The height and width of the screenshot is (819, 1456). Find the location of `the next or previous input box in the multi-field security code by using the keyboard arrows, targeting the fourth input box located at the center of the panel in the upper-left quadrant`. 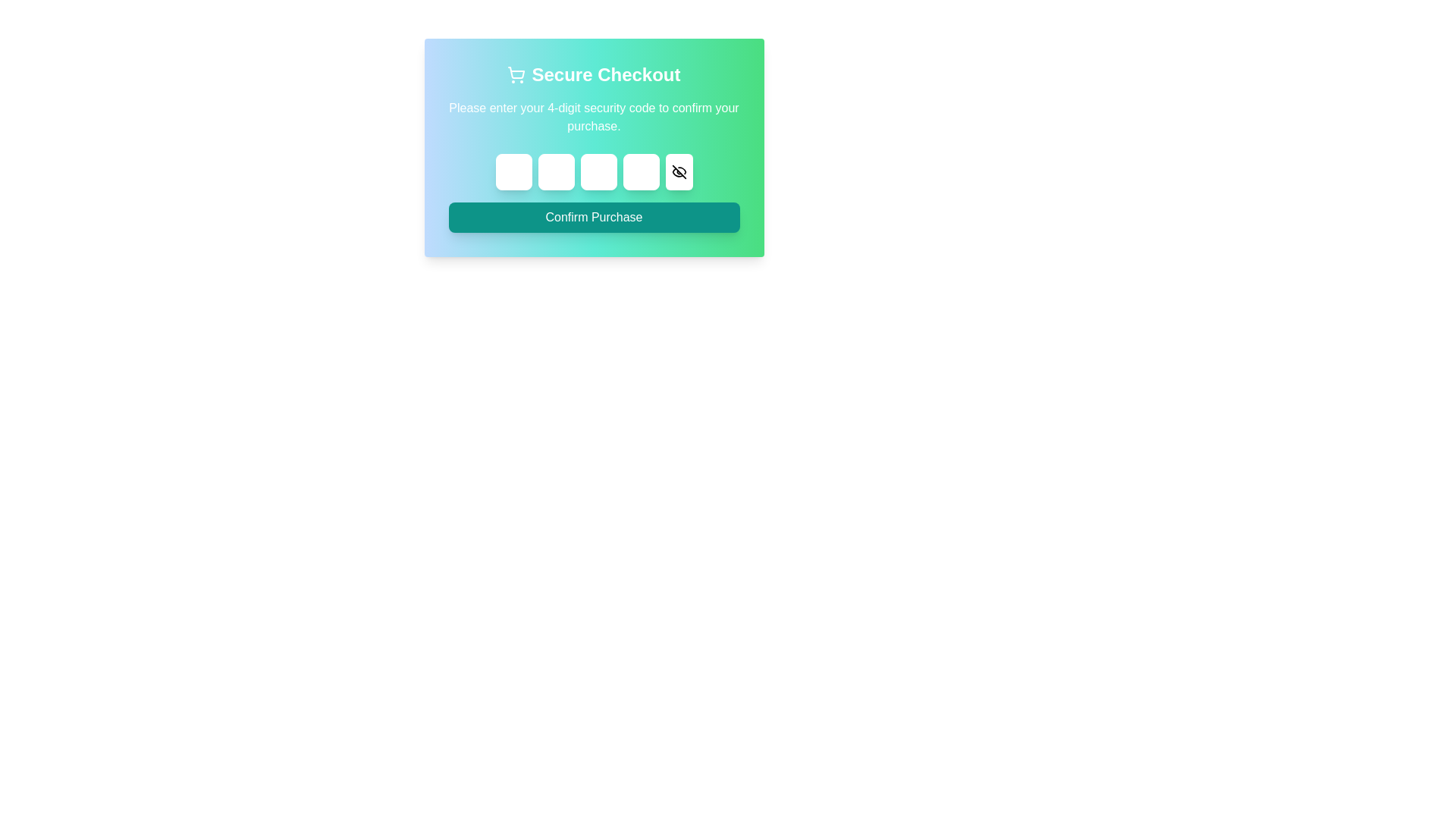

the next or previous input box in the multi-field security code by using the keyboard arrows, targeting the fourth input box located at the center of the panel in the upper-left quadrant is located at coordinates (641, 171).